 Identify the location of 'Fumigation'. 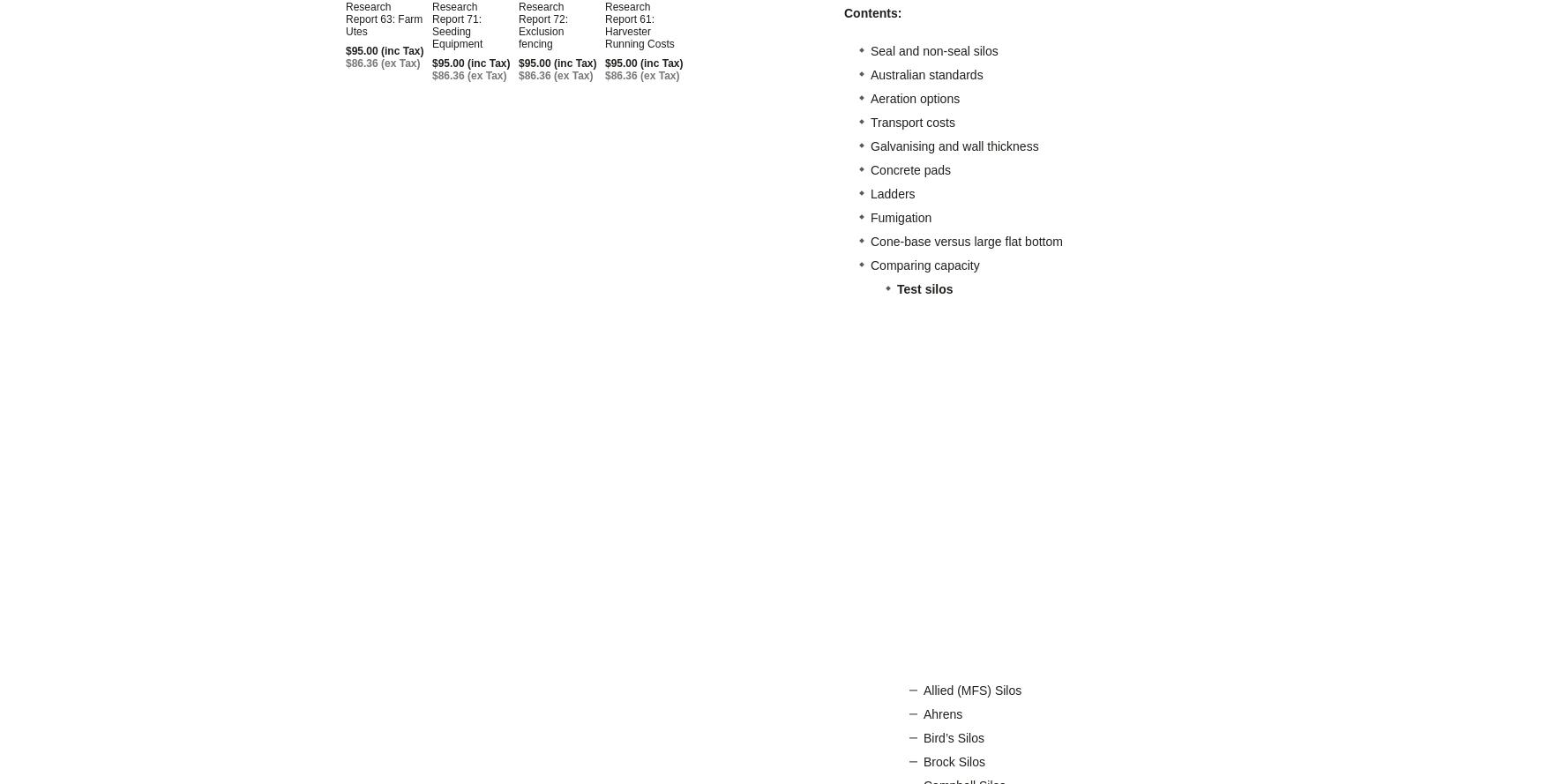
(900, 216).